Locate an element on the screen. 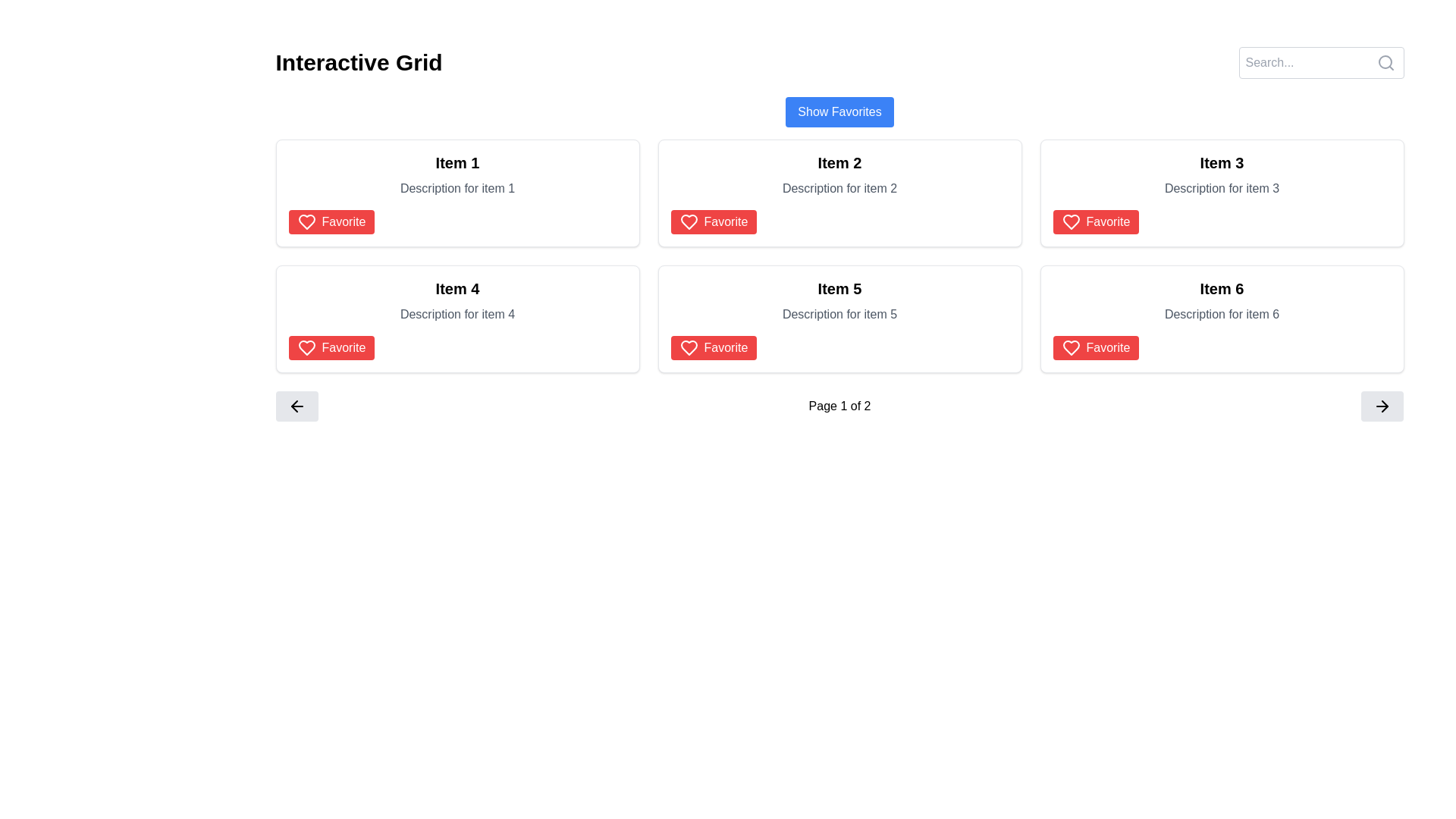  the Favorite button containing the heart icon, which is part of the card labeled 'Item 6' located in the bottom-right corner of the grid layout is located at coordinates (1070, 348).